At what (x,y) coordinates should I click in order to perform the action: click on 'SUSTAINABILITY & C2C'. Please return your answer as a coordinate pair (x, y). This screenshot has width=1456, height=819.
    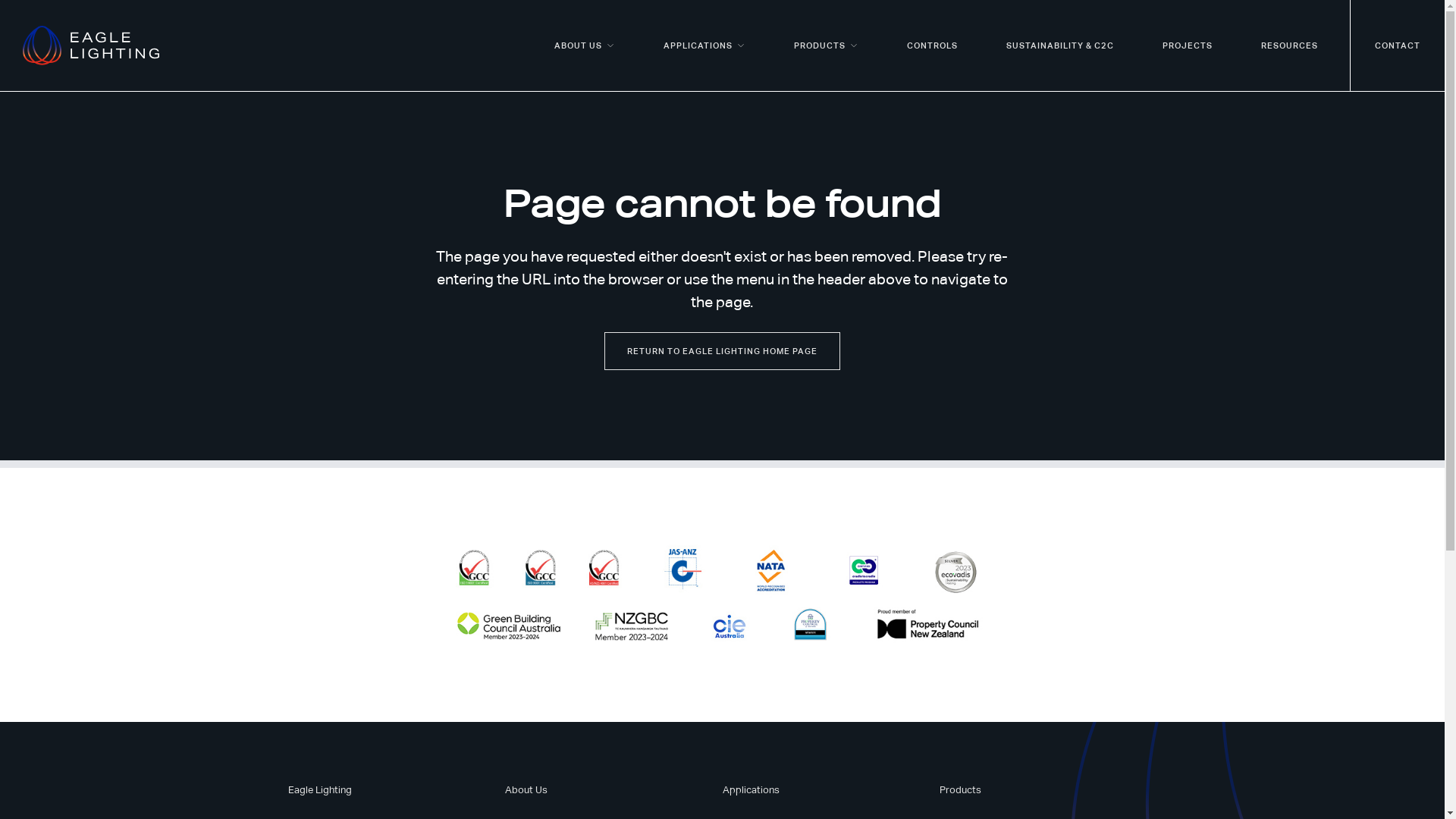
    Looking at the image, I should click on (982, 45).